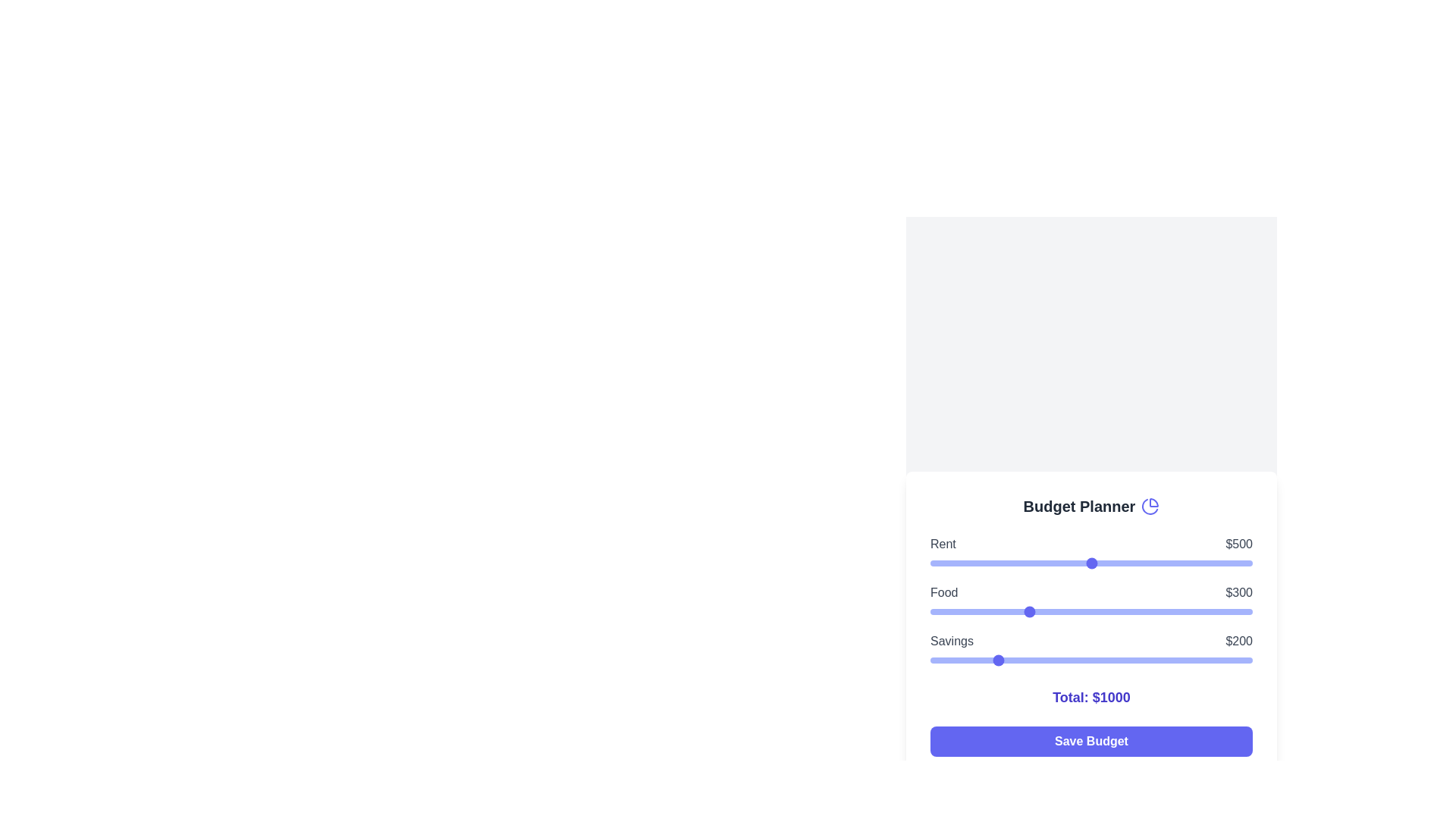 Image resolution: width=1456 pixels, height=819 pixels. What do you see at coordinates (1090, 506) in the screenshot?
I see `the 'Budget Planner' title` at bounding box center [1090, 506].